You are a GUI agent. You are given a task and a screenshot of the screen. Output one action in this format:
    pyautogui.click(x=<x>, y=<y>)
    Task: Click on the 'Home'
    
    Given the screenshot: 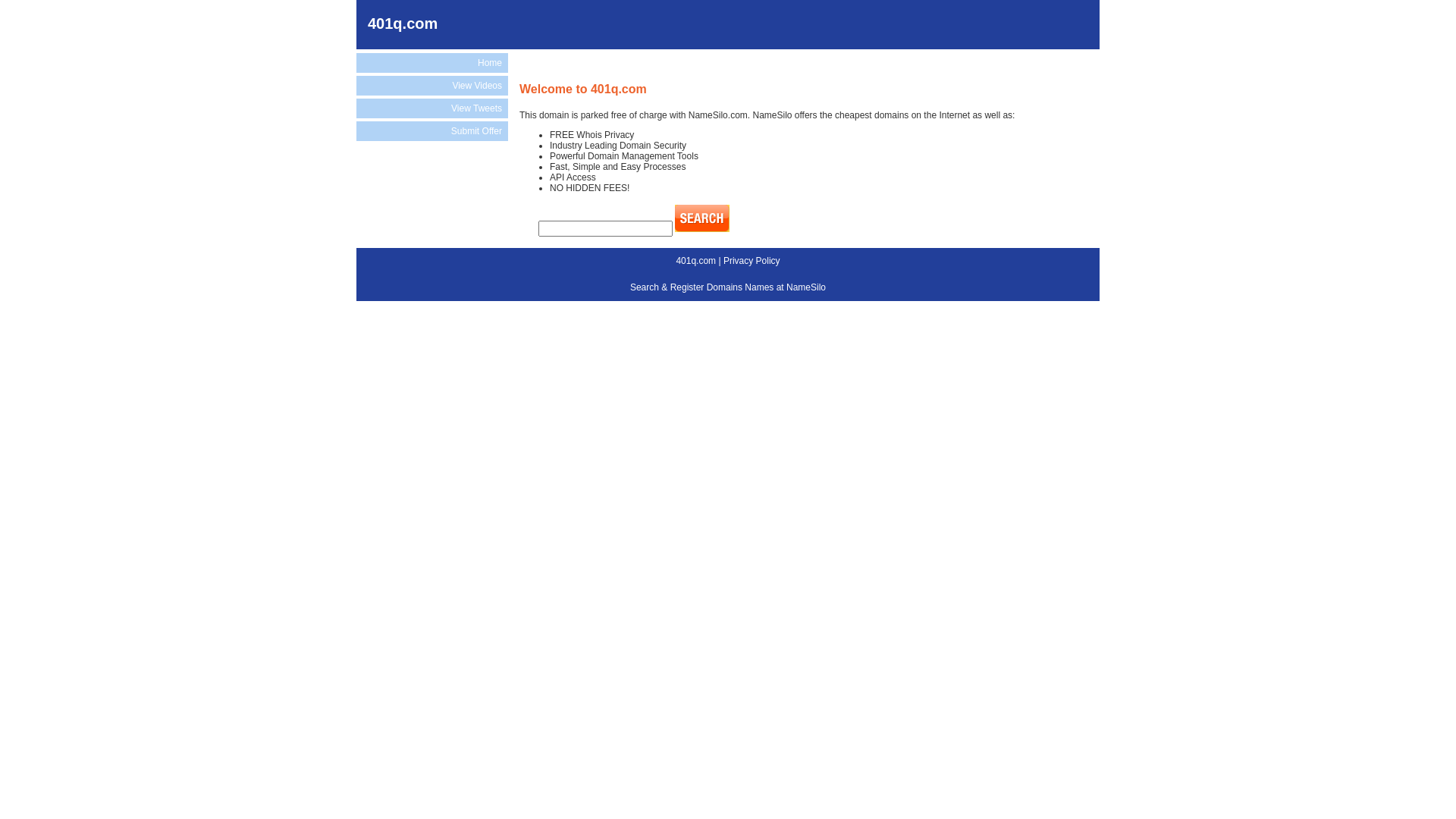 What is the action you would take?
    pyautogui.click(x=431, y=62)
    